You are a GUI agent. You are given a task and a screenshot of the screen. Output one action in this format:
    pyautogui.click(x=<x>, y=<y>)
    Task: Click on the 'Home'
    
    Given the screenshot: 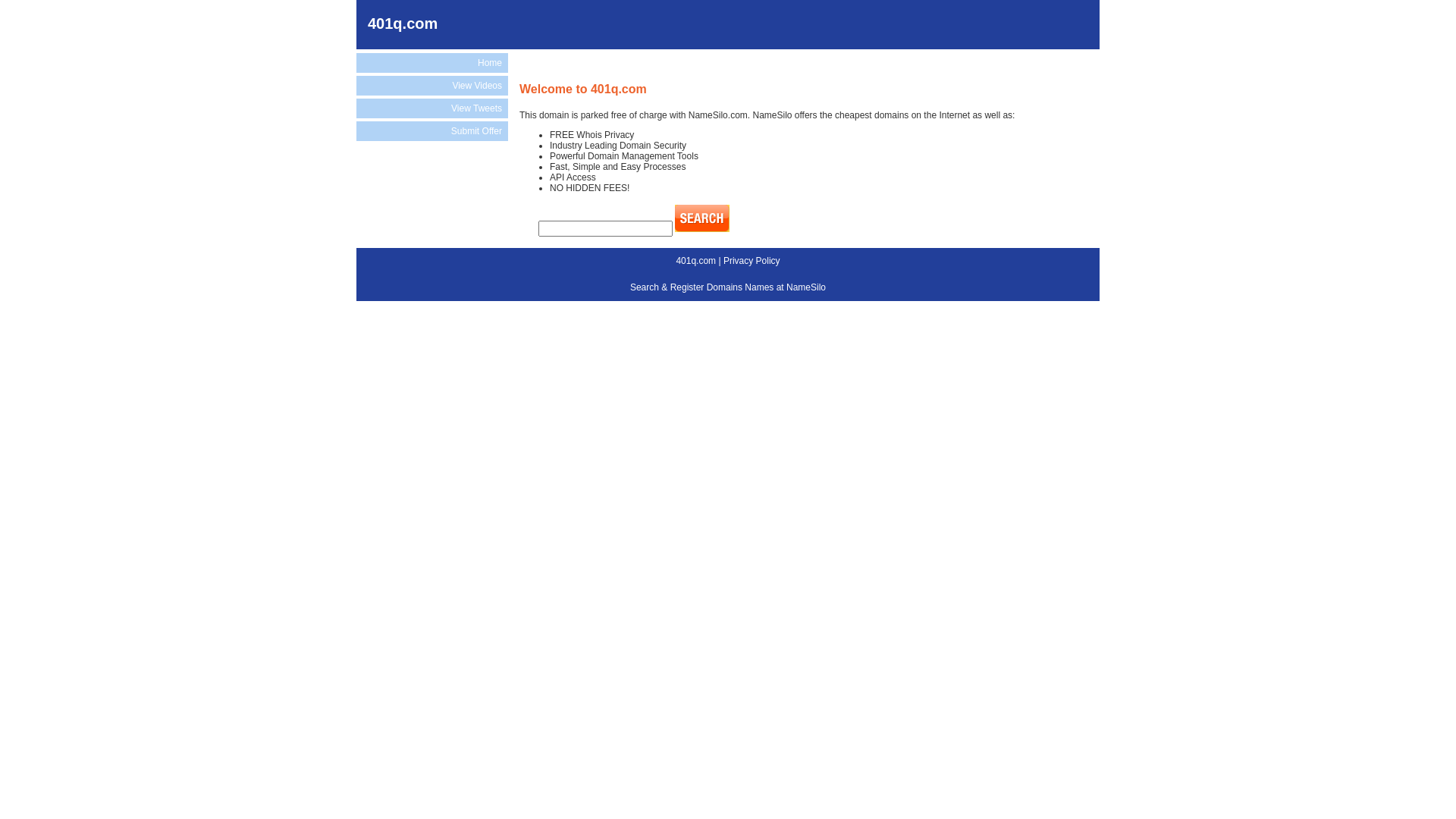 What is the action you would take?
    pyautogui.click(x=431, y=62)
    